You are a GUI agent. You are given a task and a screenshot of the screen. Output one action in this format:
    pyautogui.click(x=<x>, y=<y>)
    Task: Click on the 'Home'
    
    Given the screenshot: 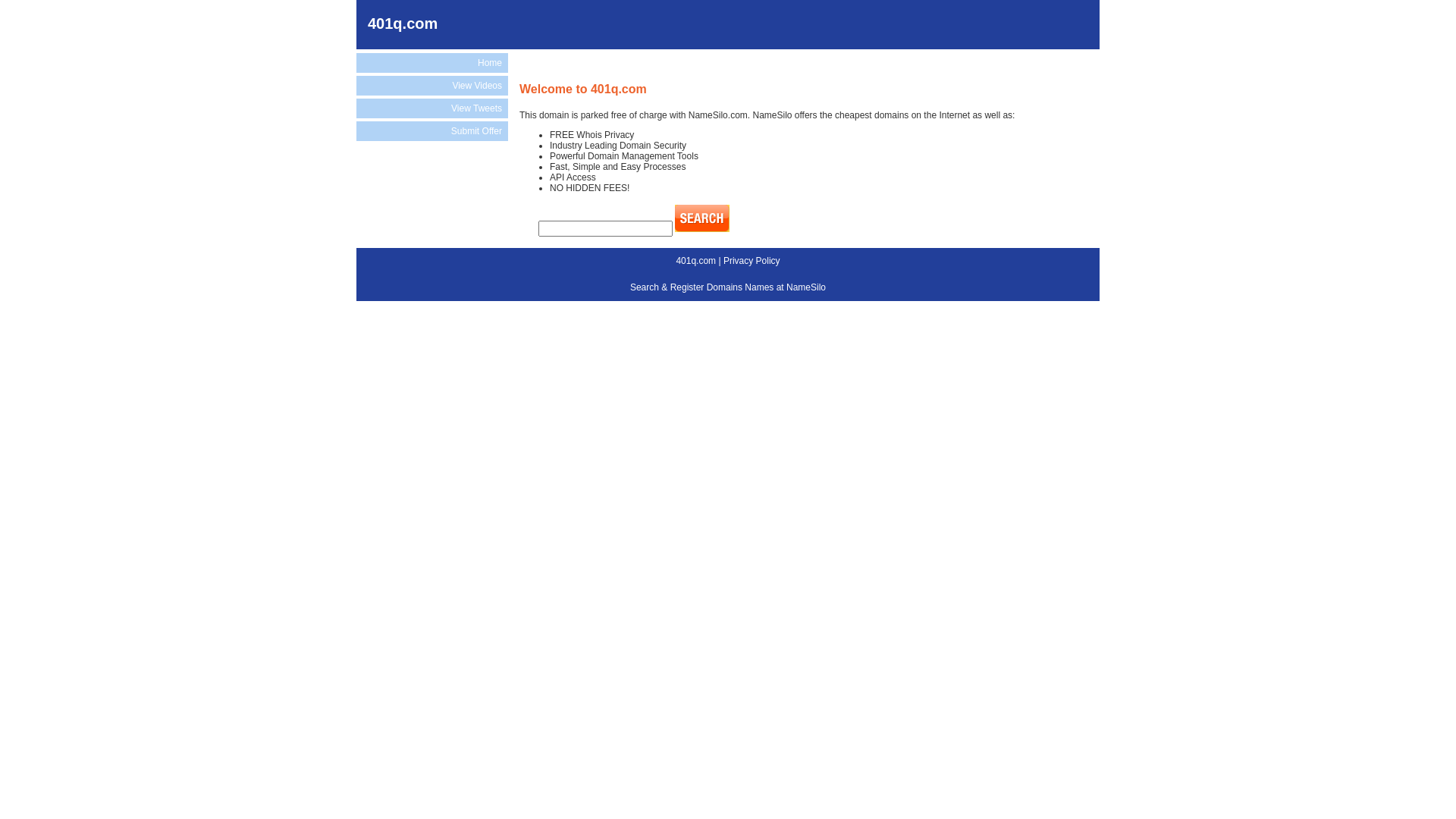 What is the action you would take?
    pyautogui.click(x=431, y=62)
    